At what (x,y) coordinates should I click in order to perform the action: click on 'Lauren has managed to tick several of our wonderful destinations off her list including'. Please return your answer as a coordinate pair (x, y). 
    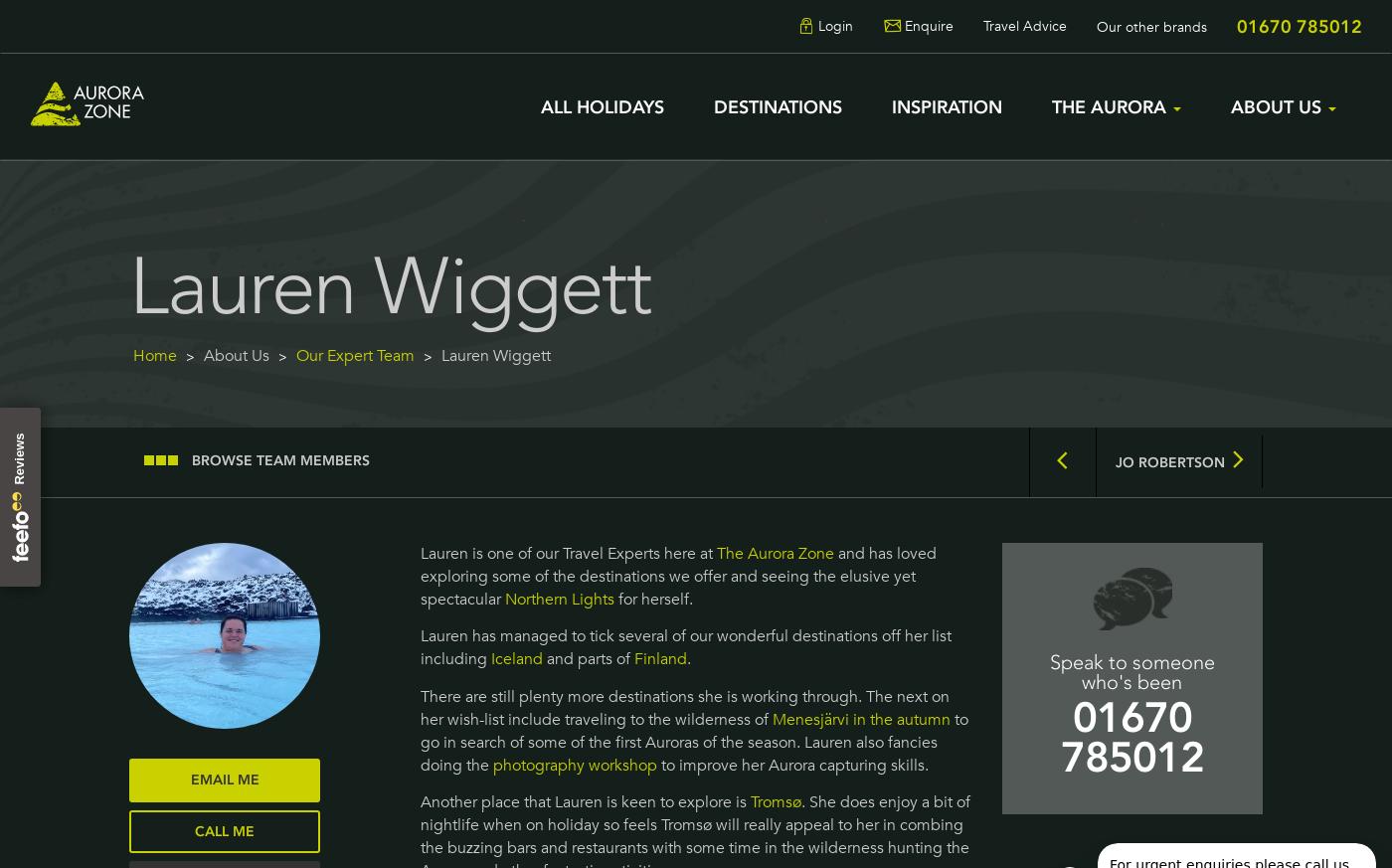
    Looking at the image, I should click on (684, 647).